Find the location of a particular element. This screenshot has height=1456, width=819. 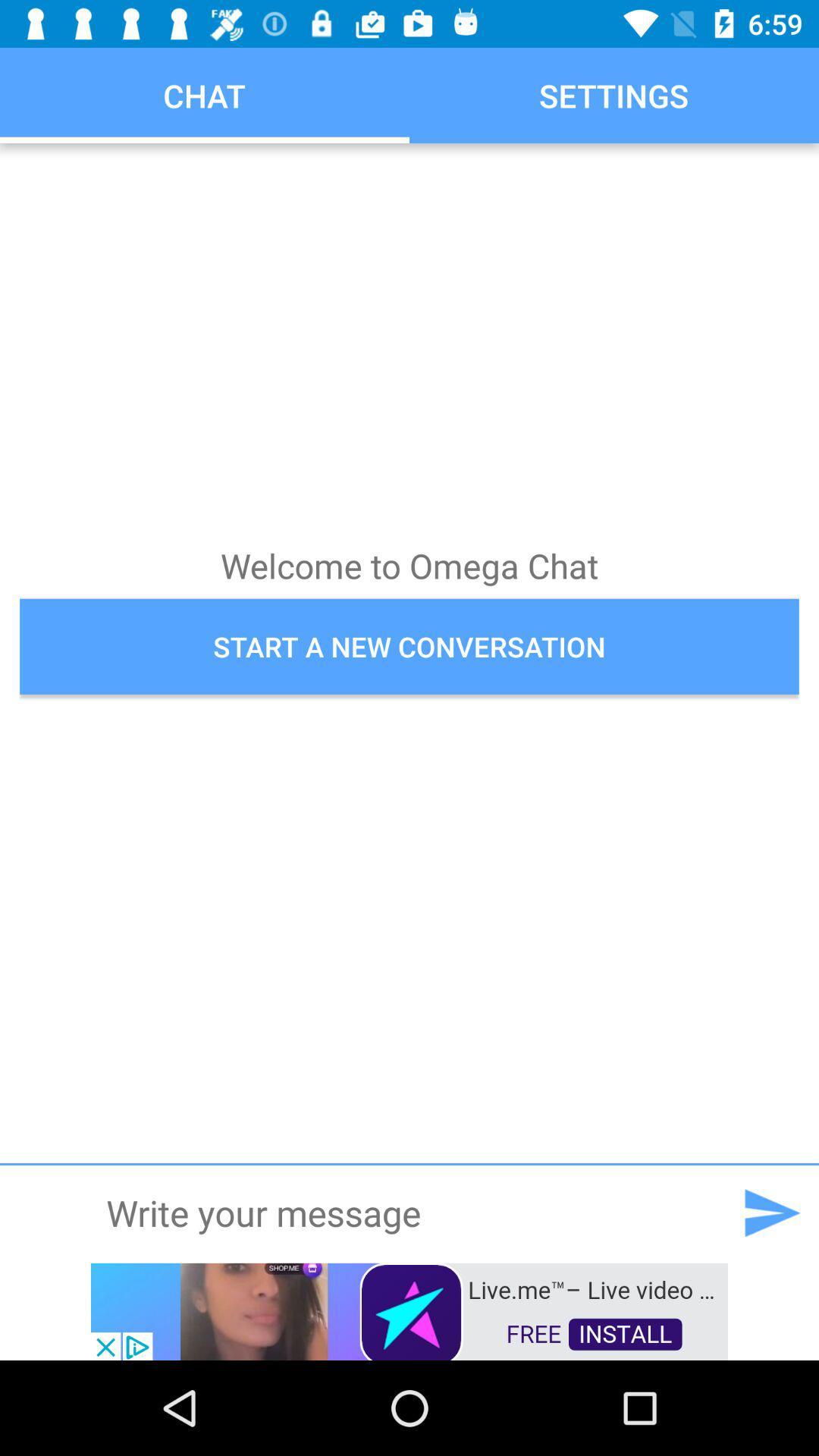

type message is located at coordinates (408, 1212).